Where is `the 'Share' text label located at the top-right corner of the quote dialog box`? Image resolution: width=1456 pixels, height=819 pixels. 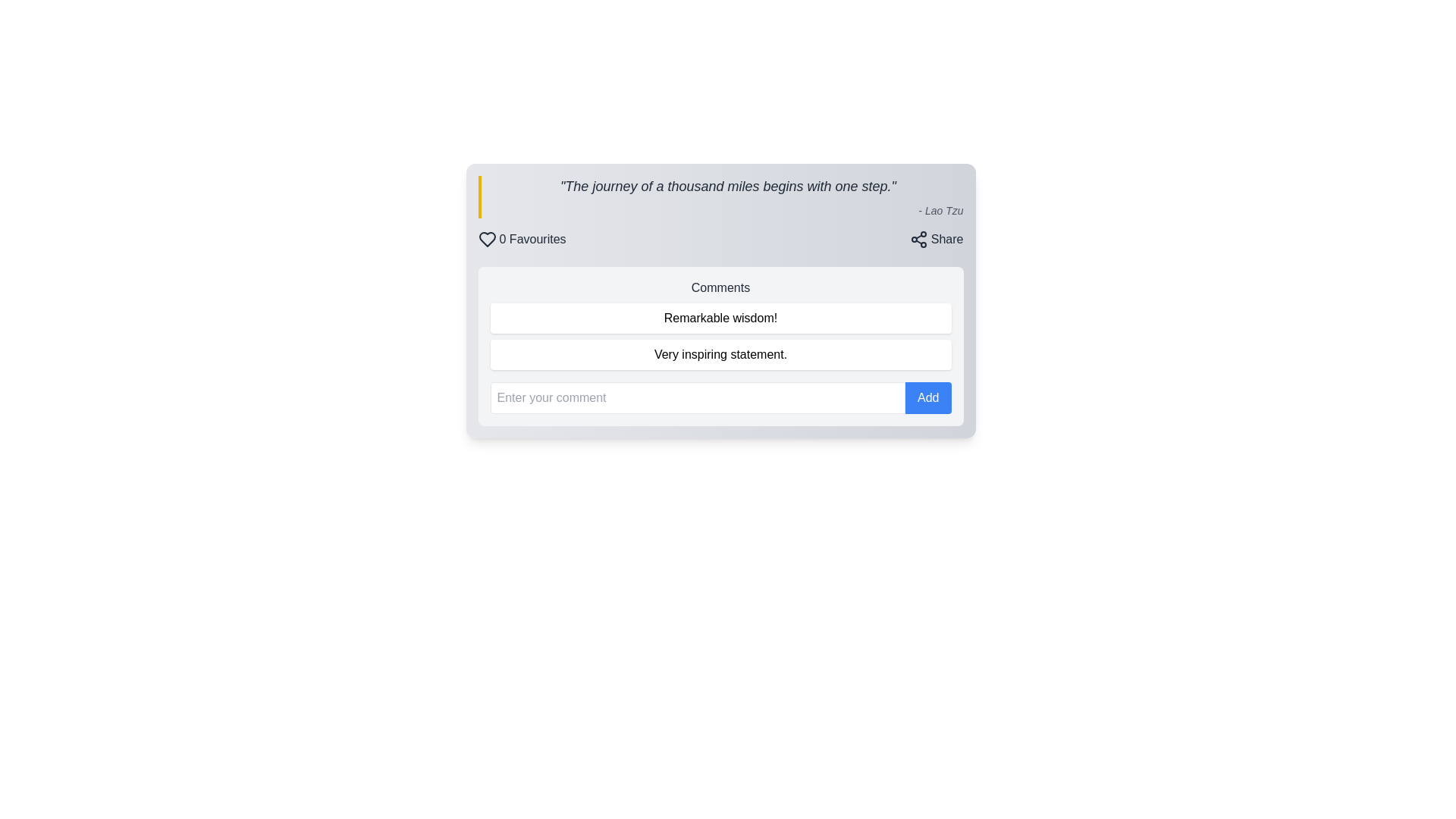 the 'Share' text label located at the top-right corner of the quote dialog box is located at coordinates (946, 239).